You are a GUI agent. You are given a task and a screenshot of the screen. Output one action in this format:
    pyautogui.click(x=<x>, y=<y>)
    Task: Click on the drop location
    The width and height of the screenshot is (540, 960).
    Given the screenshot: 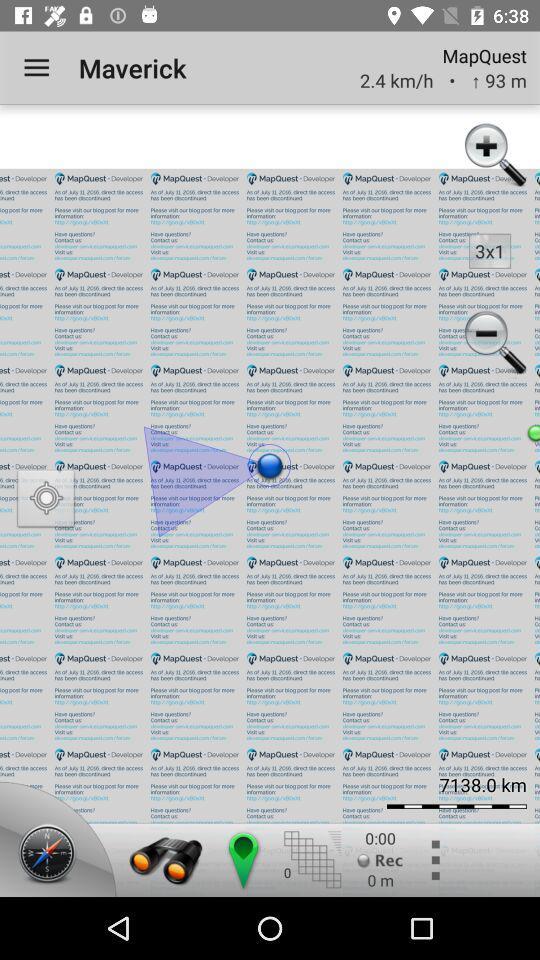 What is the action you would take?
    pyautogui.click(x=242, y=859)
    